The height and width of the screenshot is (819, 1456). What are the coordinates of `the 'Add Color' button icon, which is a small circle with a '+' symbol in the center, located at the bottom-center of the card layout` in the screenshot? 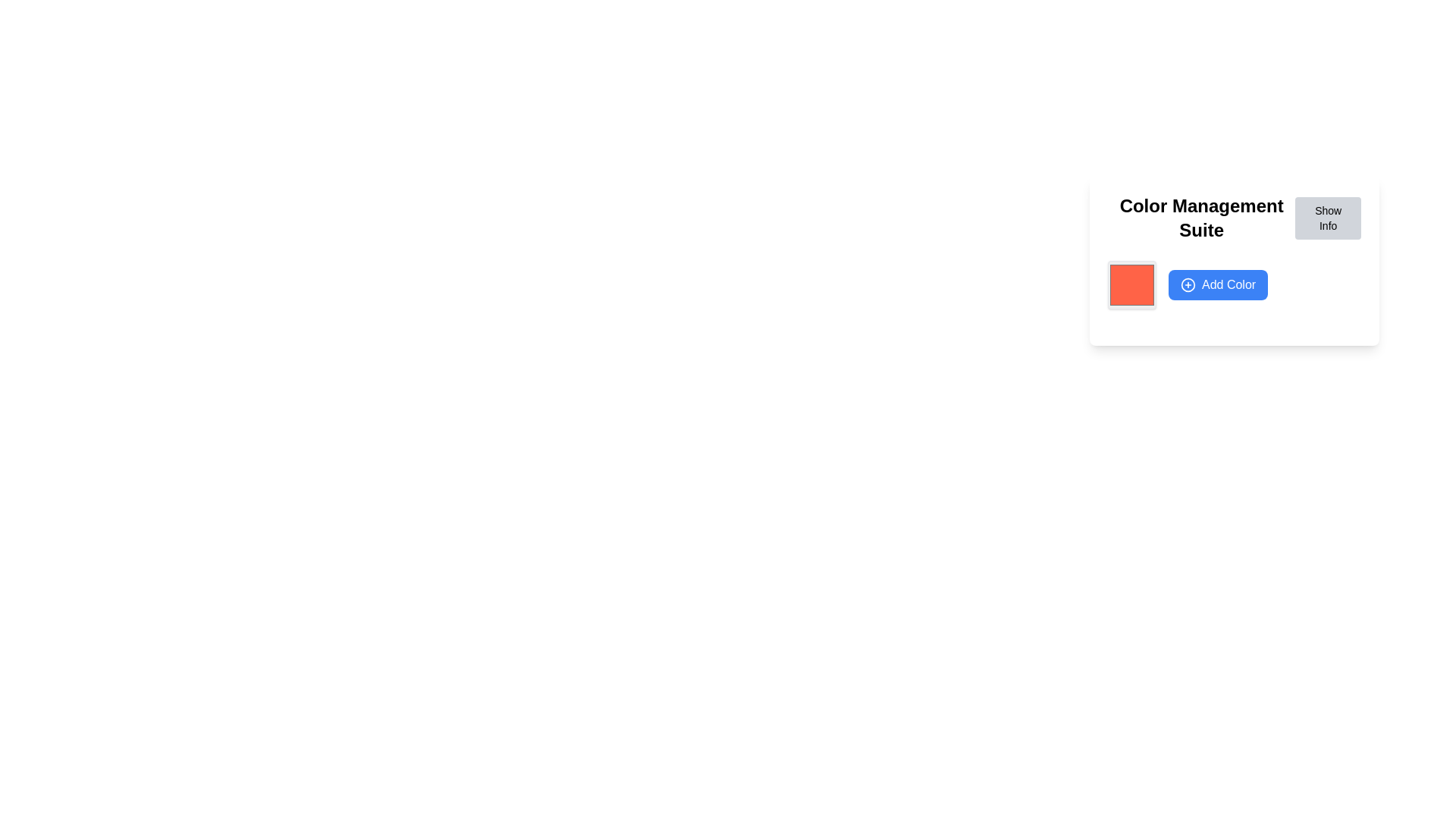 It's located at (1187, 284).